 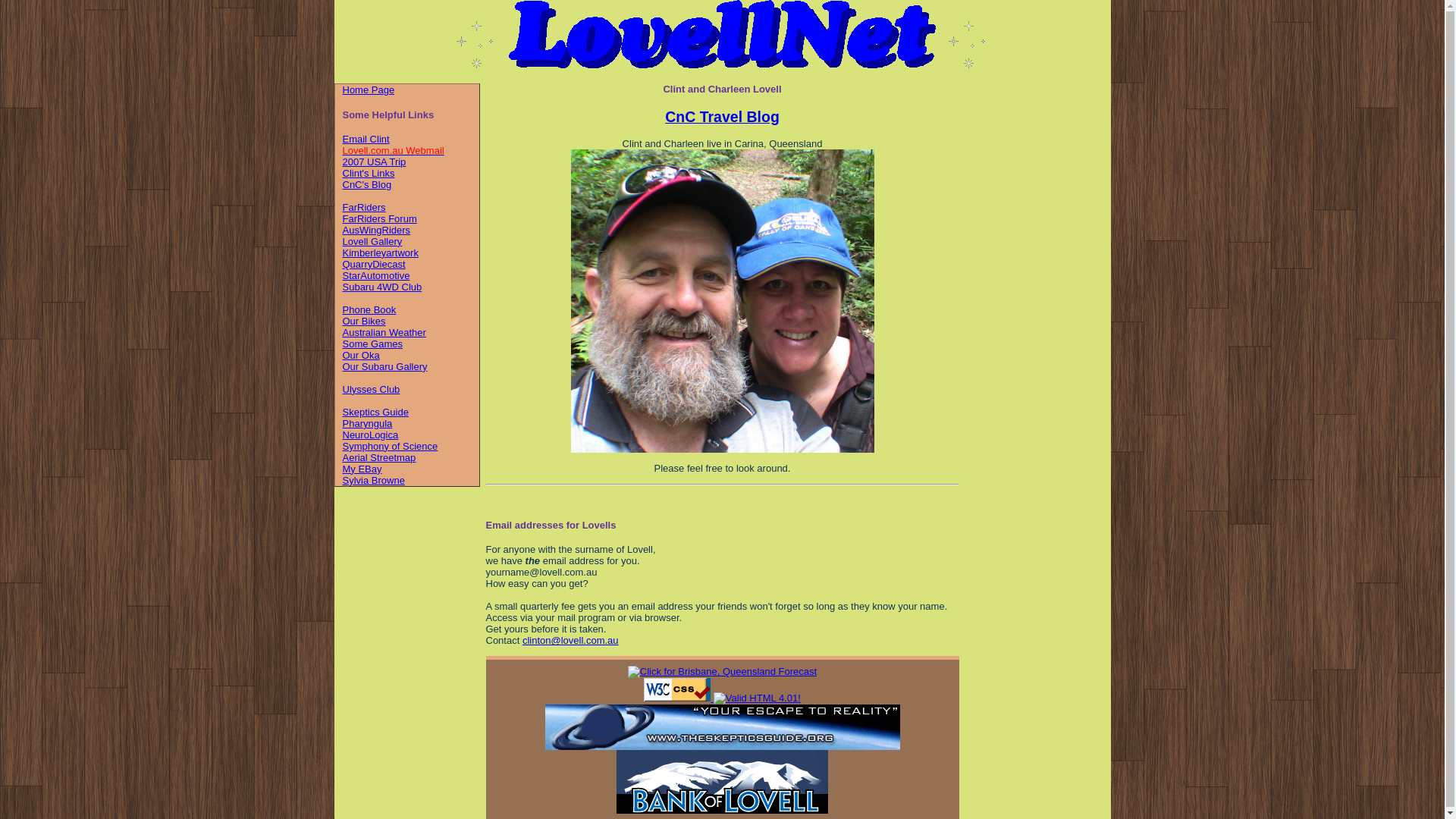 What do you see at coordinates (360, 355) in the screenshot?
I see `'Our Oka'` at bounding box center [360, 355].